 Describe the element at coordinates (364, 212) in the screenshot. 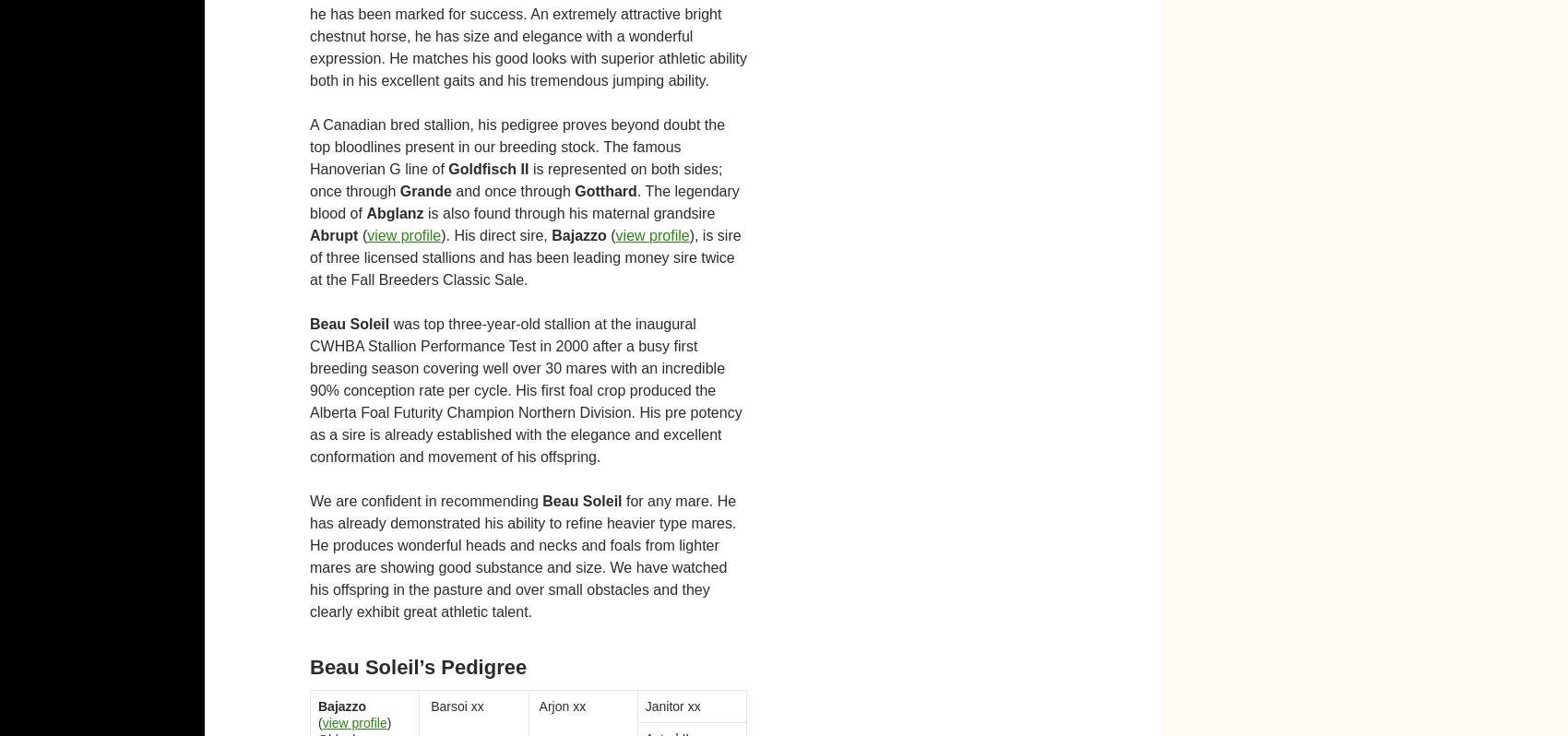

I see `'Abglanz'` at that location.